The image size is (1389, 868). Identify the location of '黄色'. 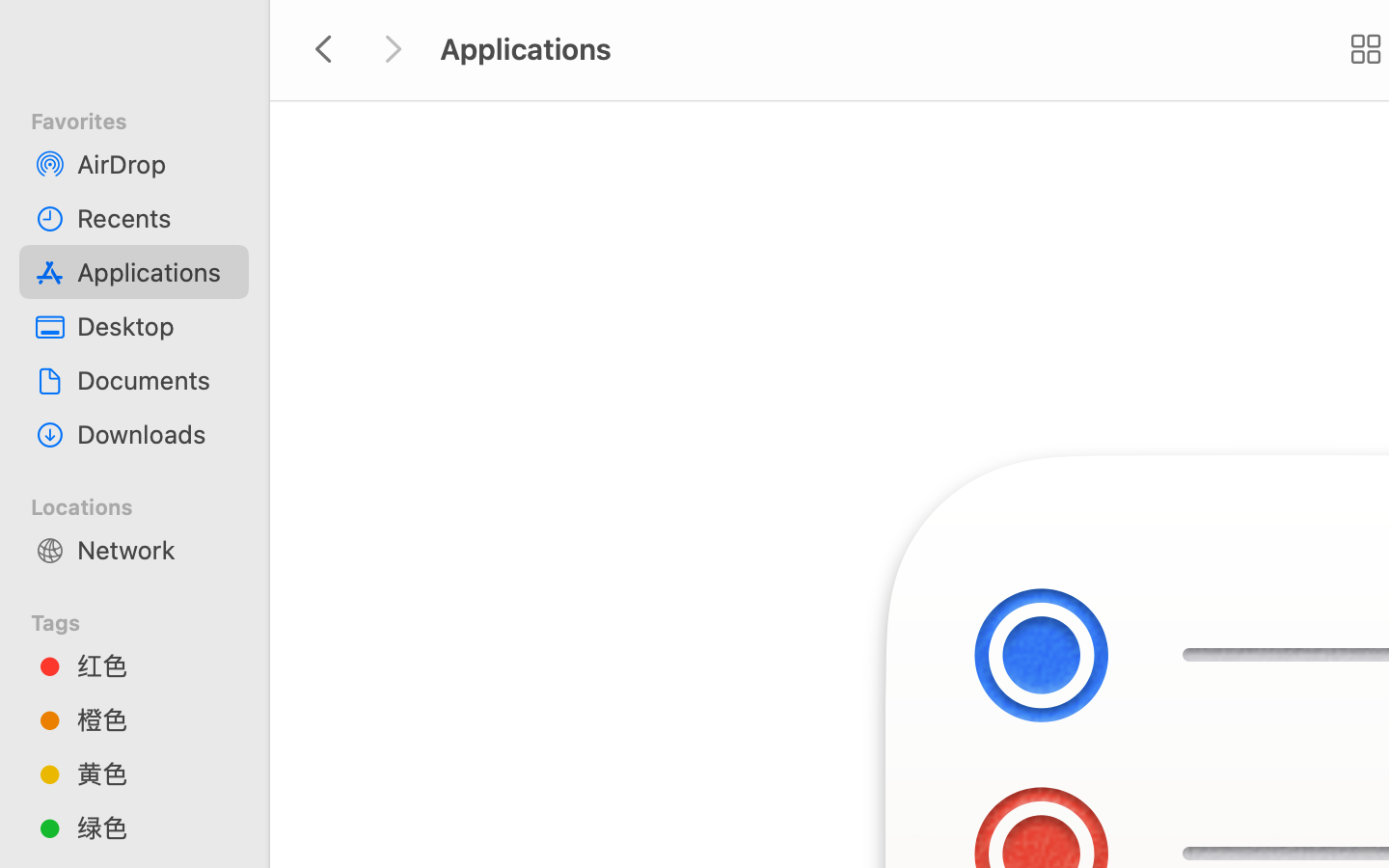
(153, 773).